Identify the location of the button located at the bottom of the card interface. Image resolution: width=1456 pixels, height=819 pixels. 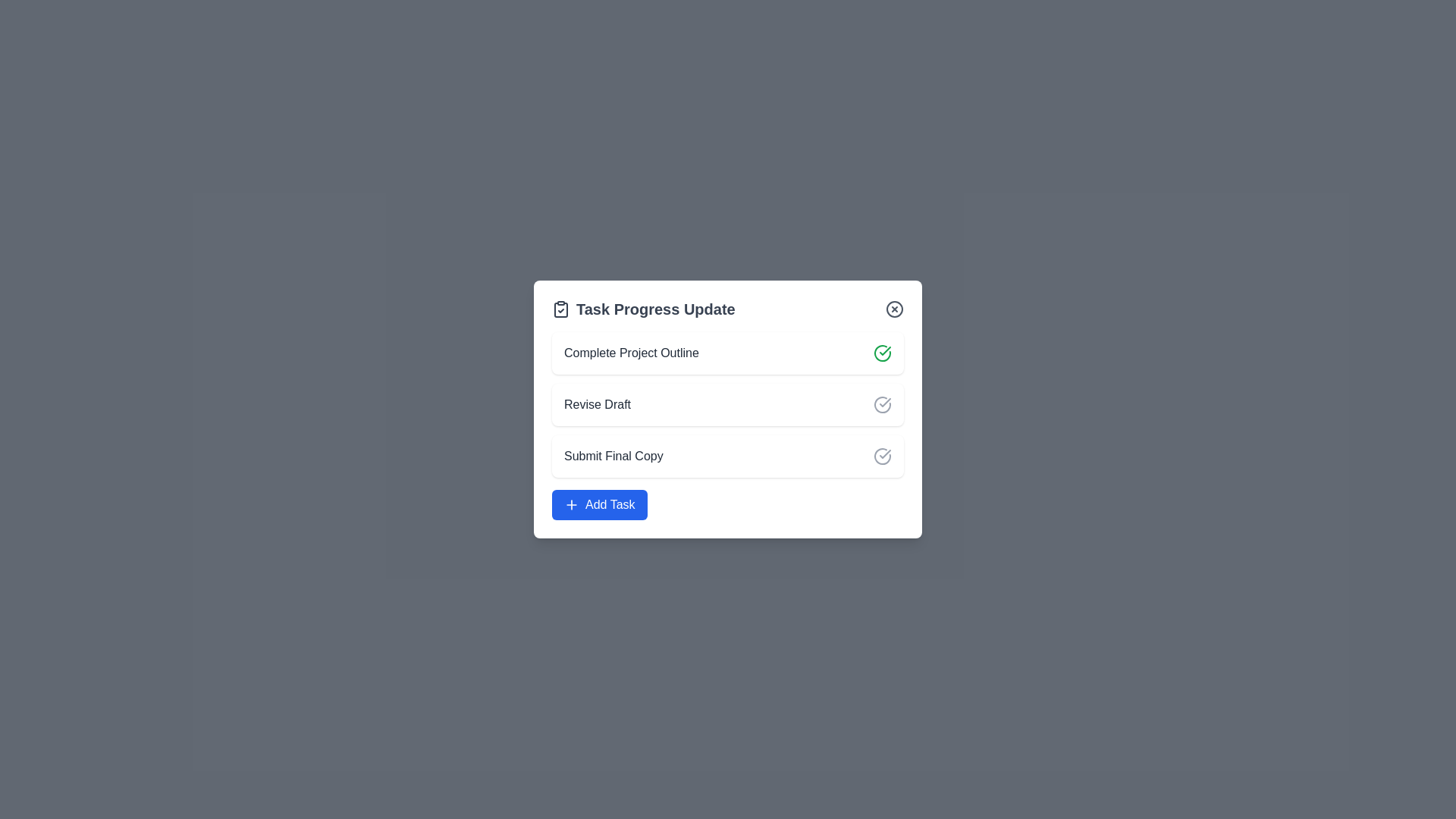
(598, 505).